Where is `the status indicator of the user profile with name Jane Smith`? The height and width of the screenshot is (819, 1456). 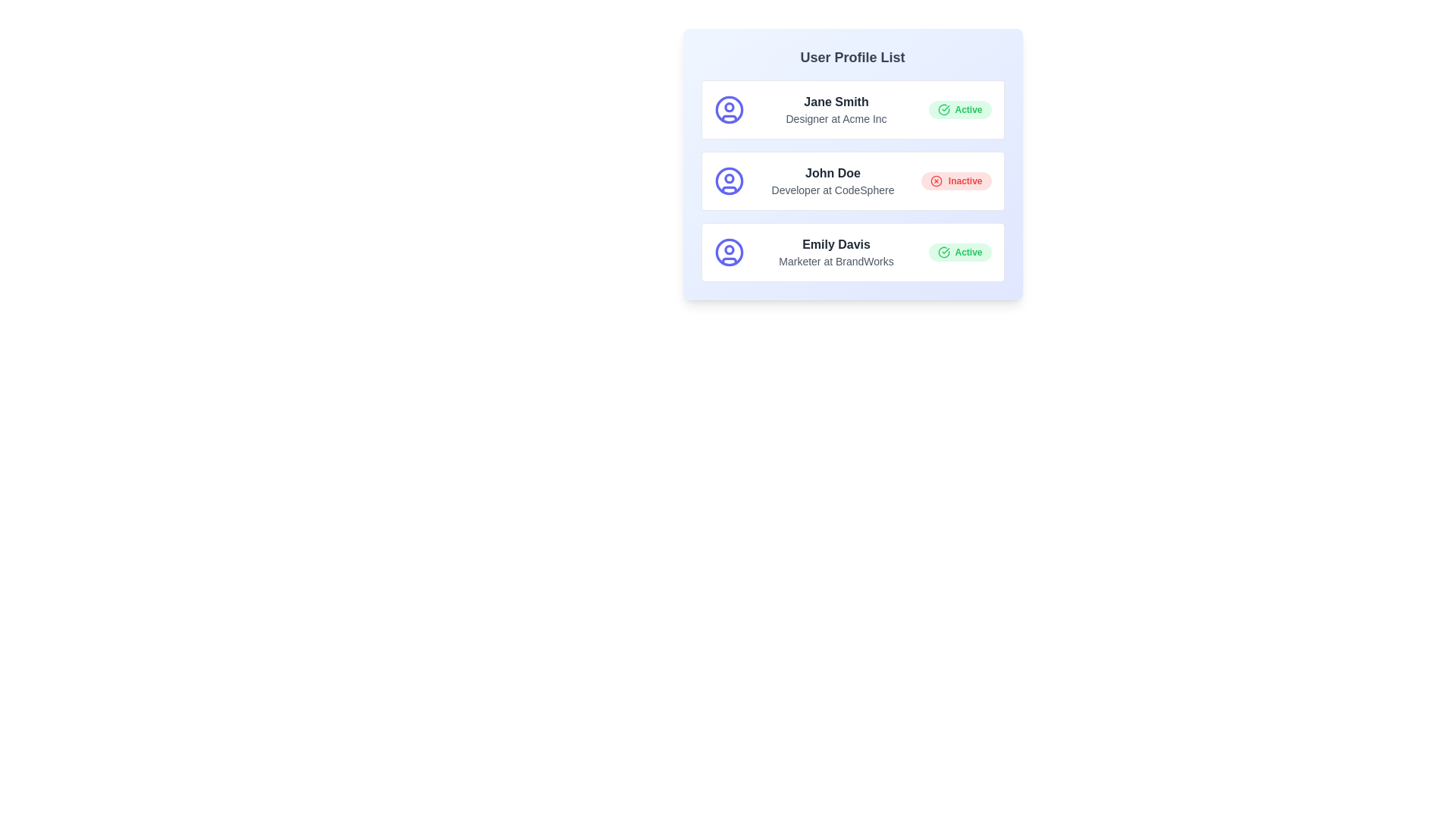 the status indicator of the user profile with name Jane Smith is located at coordinates (959, 109).